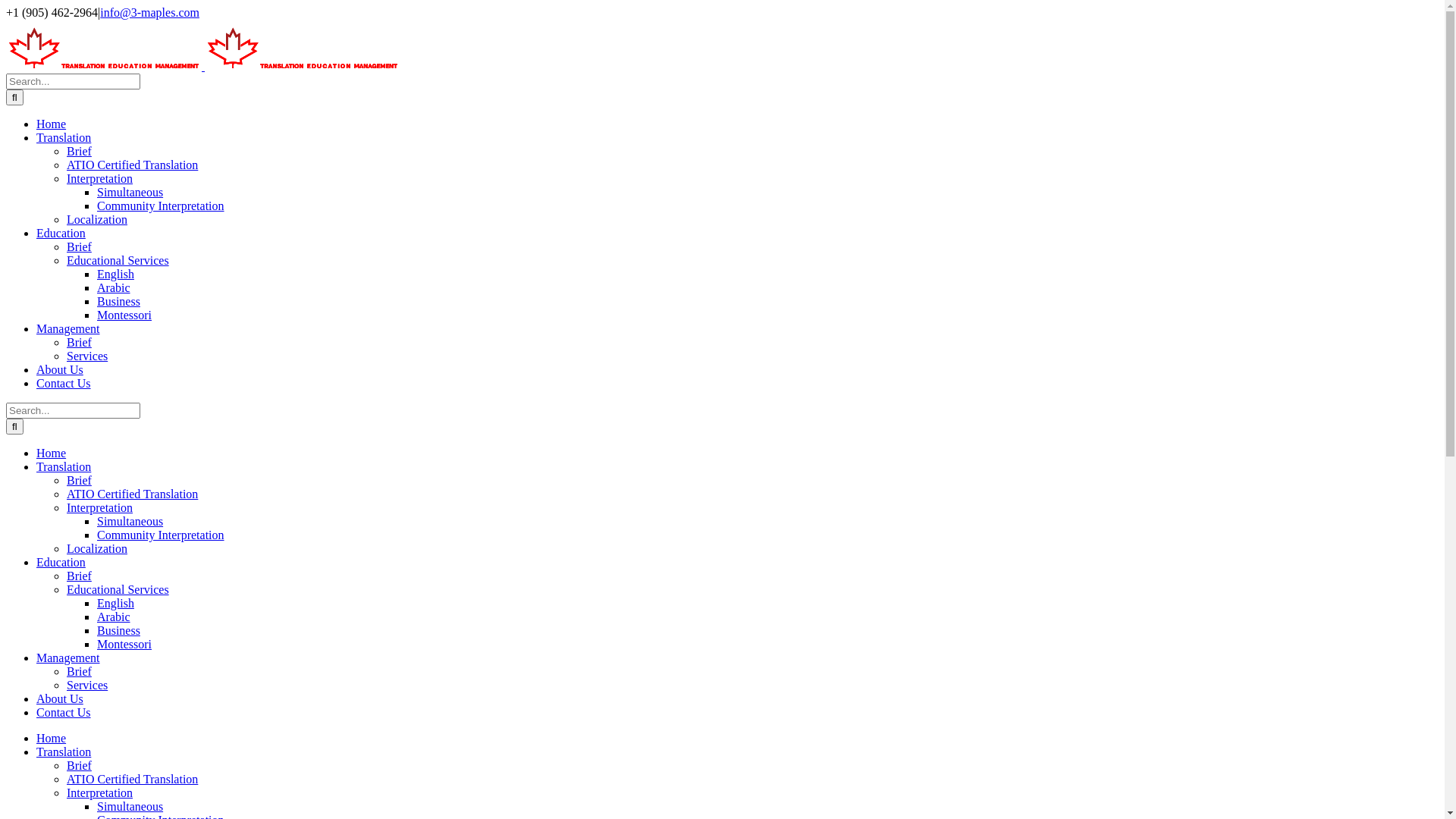  I want to click on 'Home', so click(51, 123).